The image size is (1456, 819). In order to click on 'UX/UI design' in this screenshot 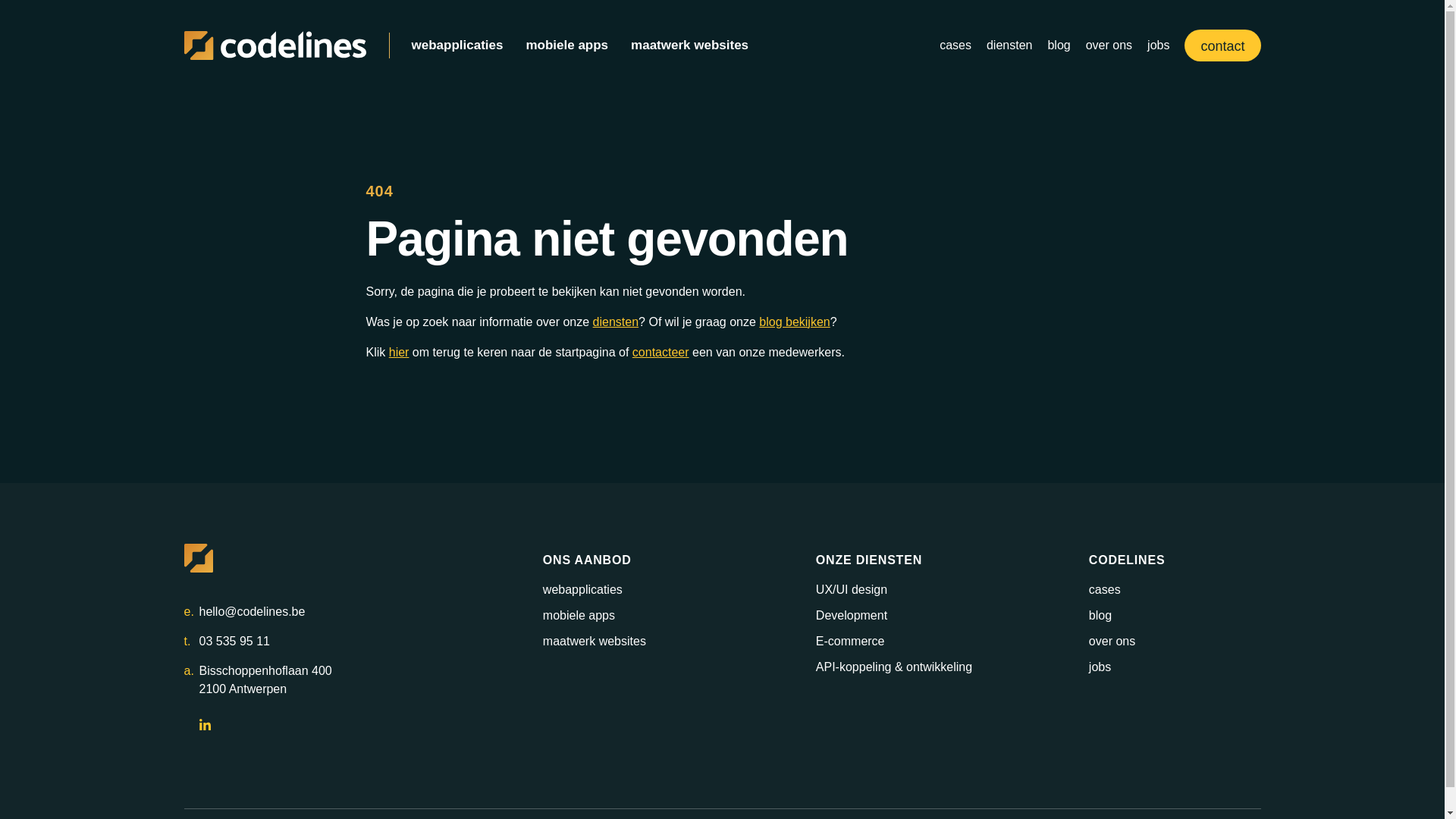, I will do `click(852, 588)`.